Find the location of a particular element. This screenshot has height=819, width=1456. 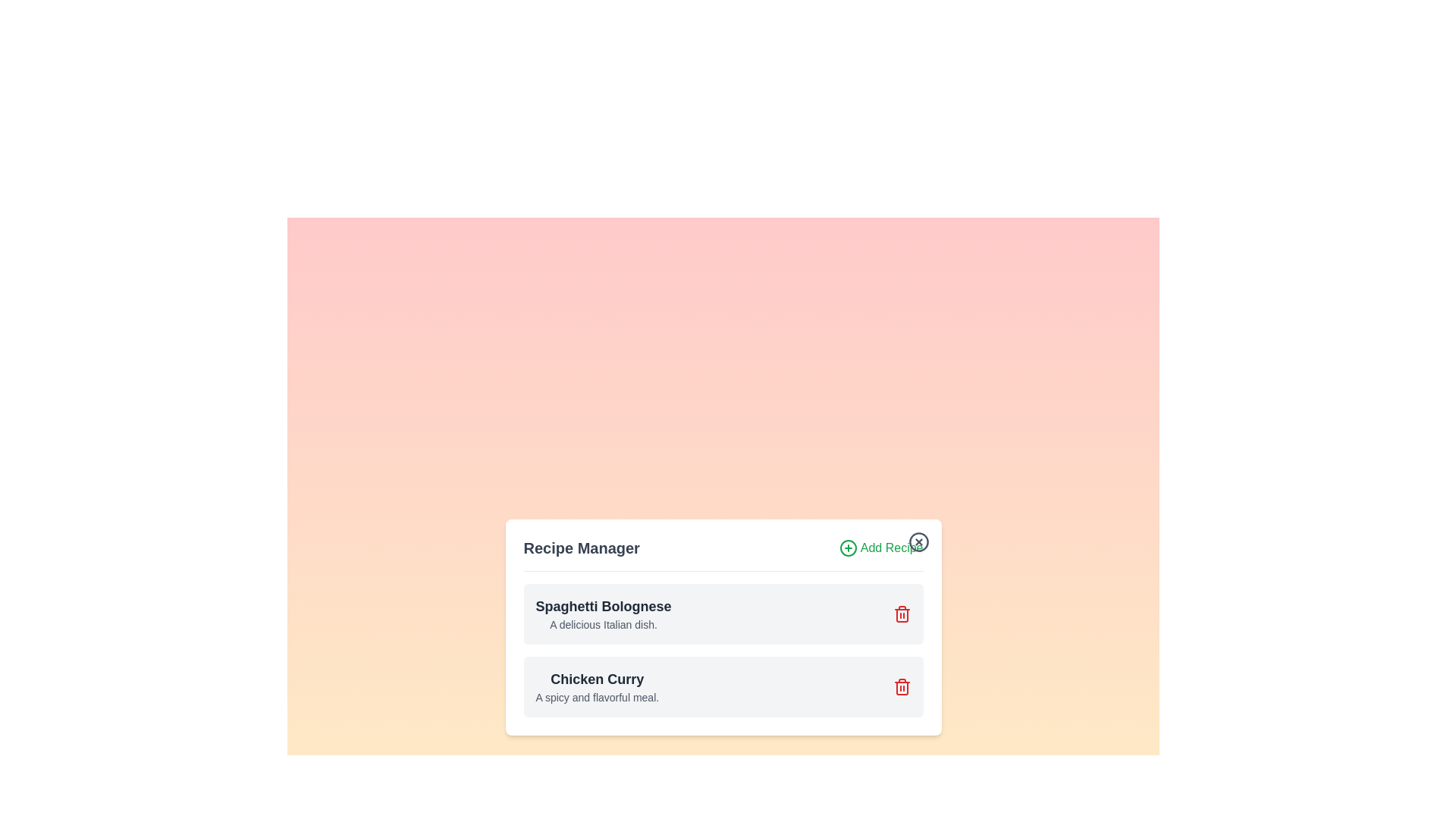

the 'Chicken Curry' text label is located at coordinates (596, 678).